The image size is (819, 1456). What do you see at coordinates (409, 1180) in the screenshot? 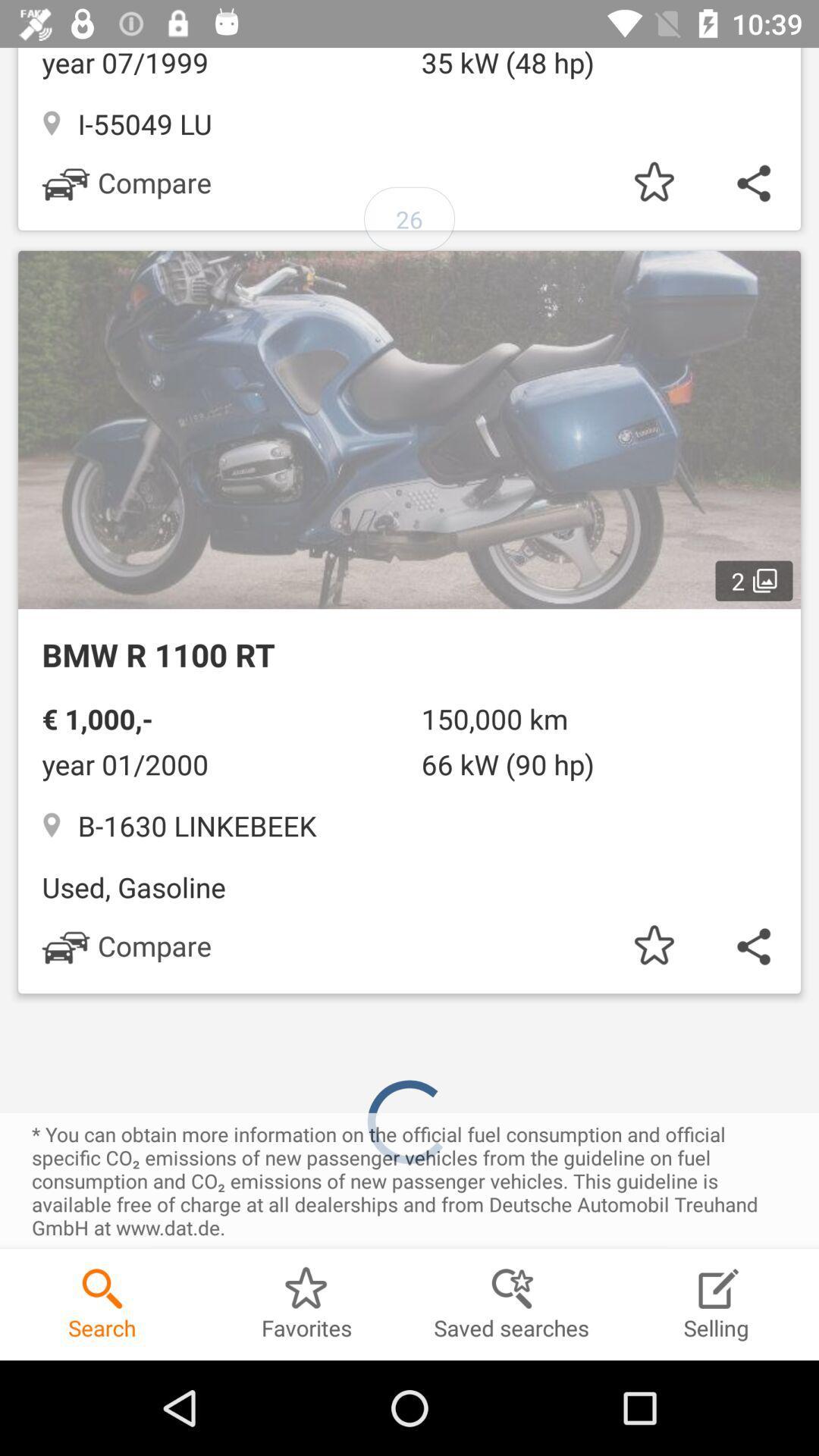
I see `you can obtain icon` at bounding box center [409, 1180].